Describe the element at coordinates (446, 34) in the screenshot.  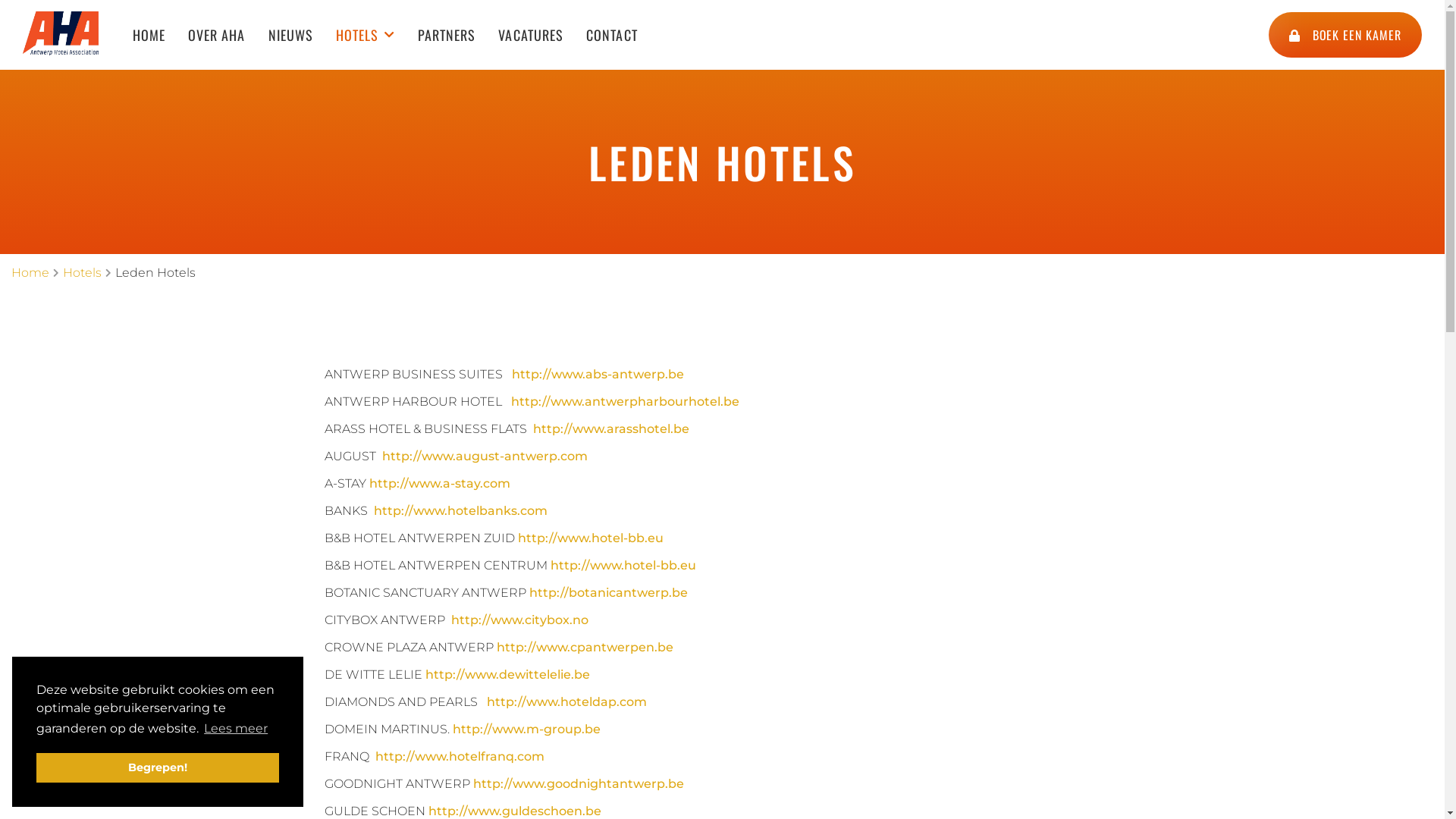
I see `'PARTNERS'` at that location.